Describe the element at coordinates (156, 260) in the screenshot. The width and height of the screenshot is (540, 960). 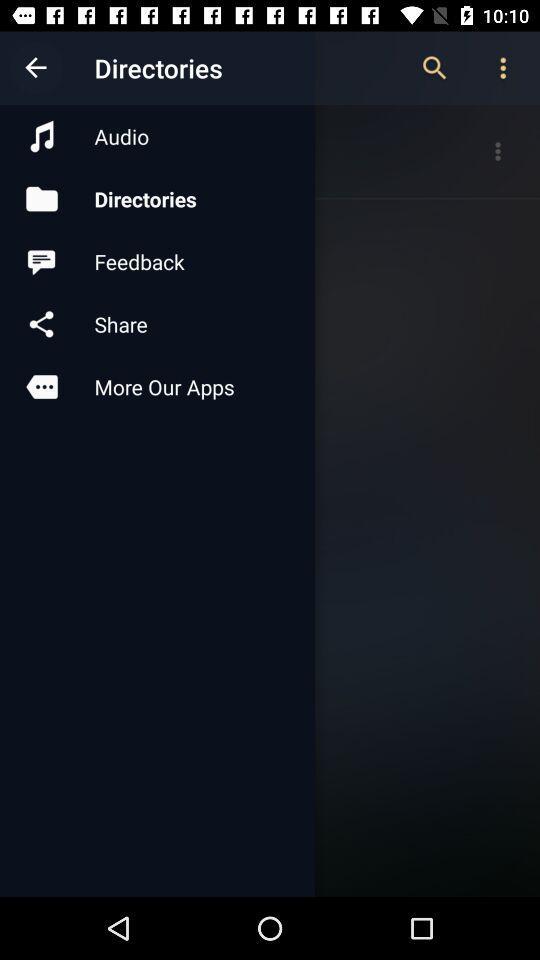
I see `feedback icon` at that location.